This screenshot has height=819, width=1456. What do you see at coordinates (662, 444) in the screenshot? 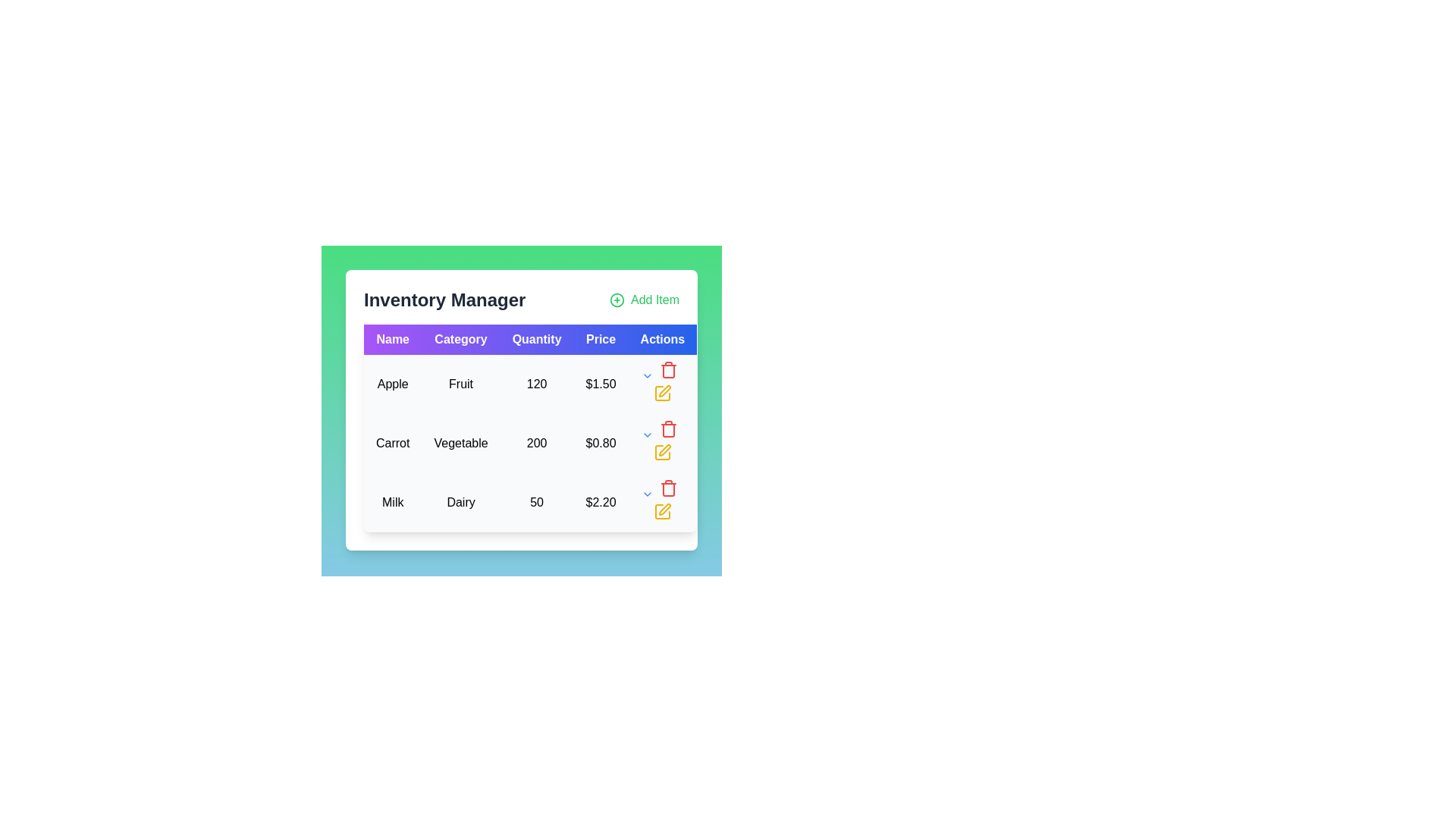
I see `the edit button located in the last column of the second row under the 'Actions' heading to modify the details of the 'Carrot' entry` at bounding box center [662, 444].